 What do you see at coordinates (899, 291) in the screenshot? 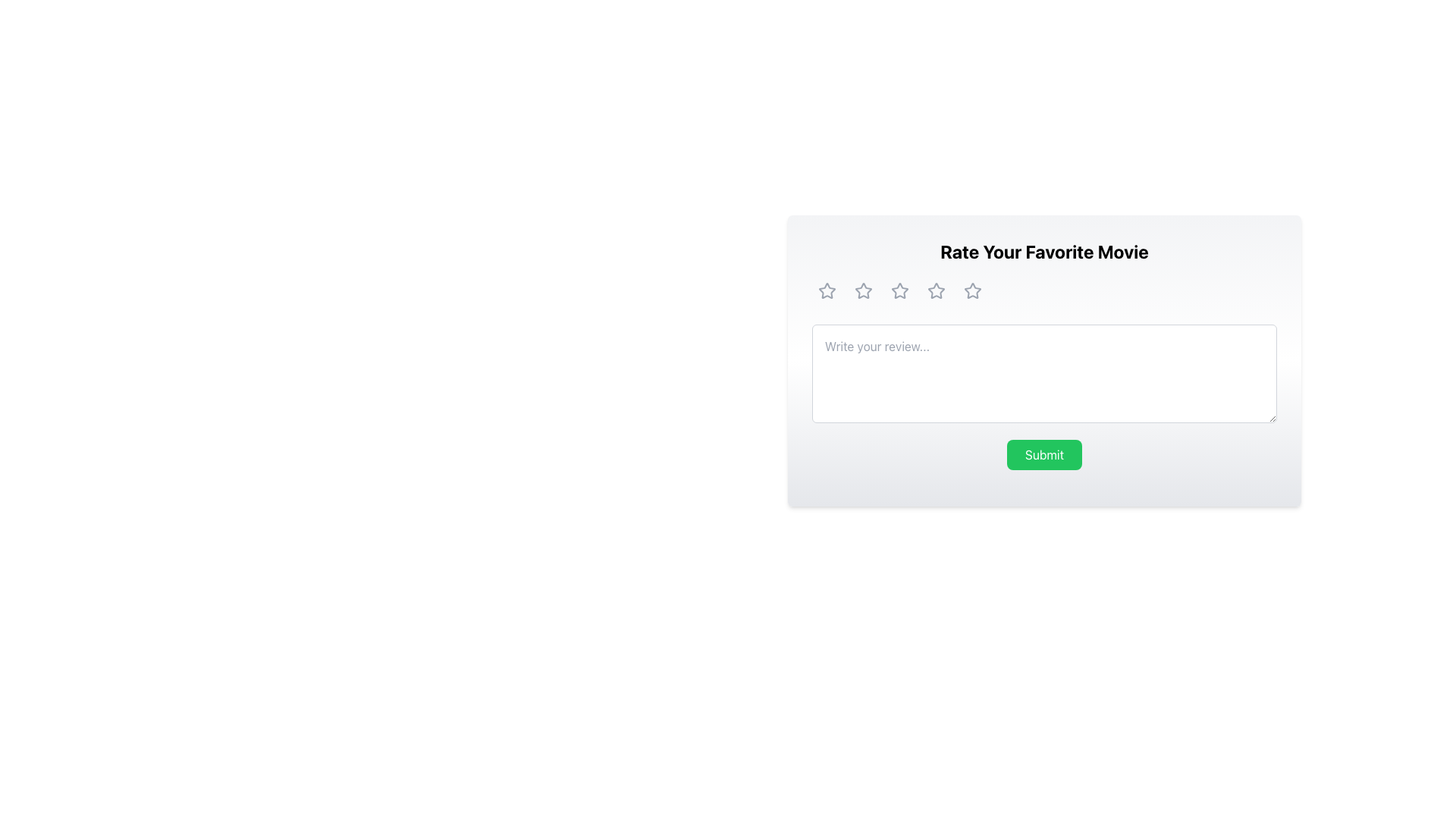
I see `the second star icon in the rating group` at bounding box center [899, 291].